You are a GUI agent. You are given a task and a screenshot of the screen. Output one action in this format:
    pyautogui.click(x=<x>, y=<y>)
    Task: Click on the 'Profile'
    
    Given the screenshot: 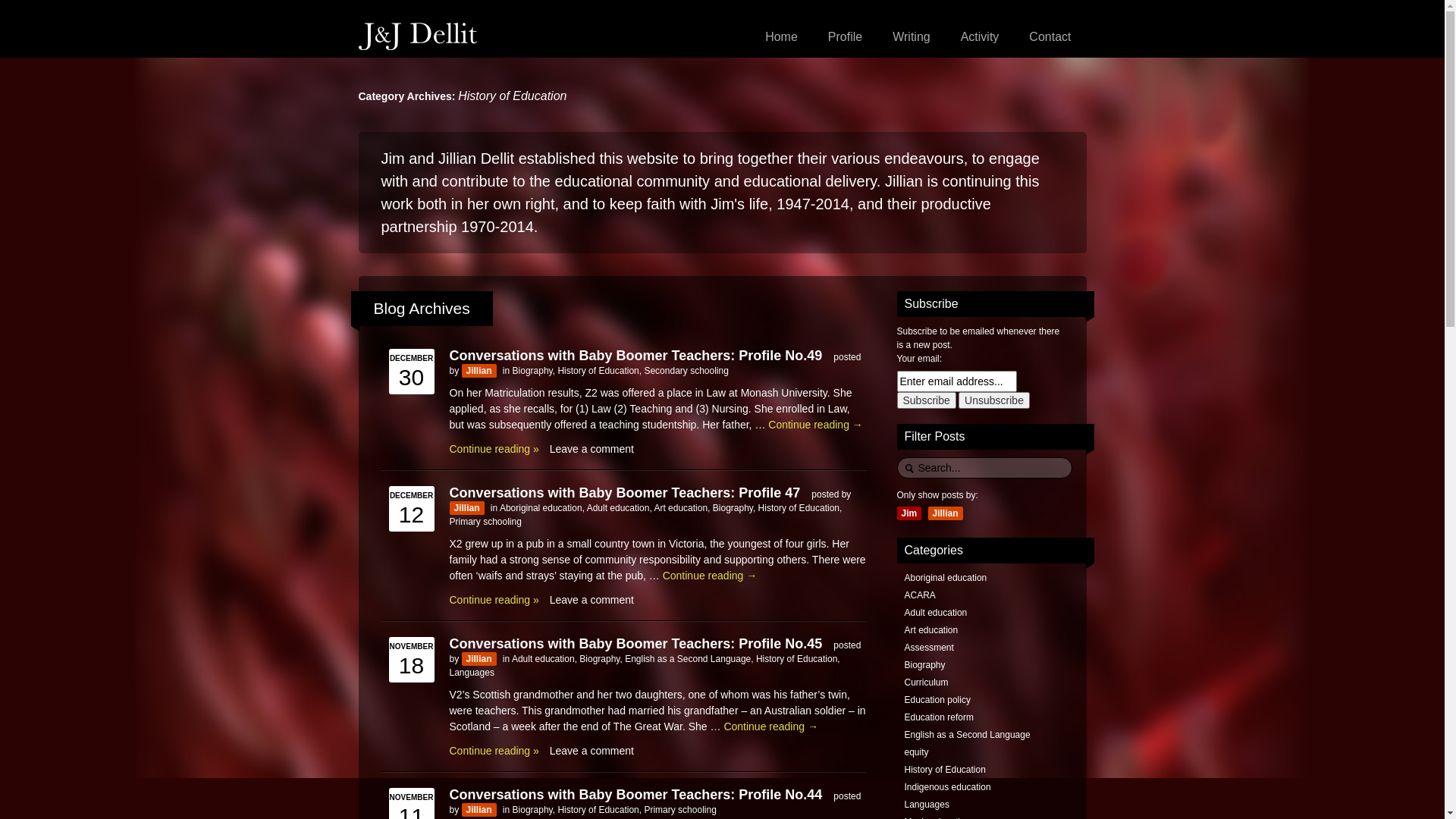 What is the action you would take?
    pyautogui.click(x=844, y=36)
    